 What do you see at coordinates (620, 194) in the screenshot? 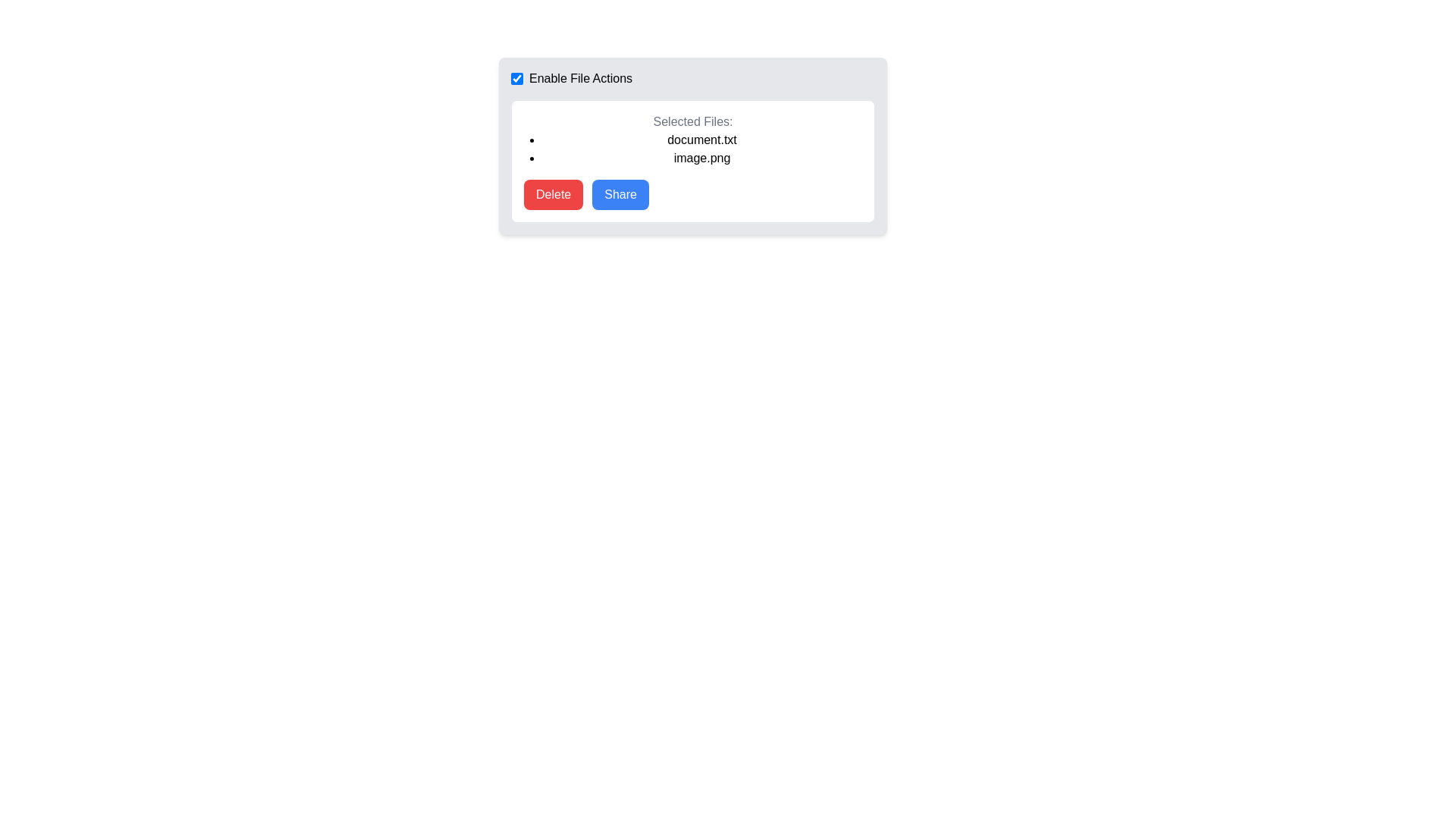
I see `the 'Share' button located to the right of the red 'Delete' button in the horizontal arrangement of buttons below the 'Selected Files' section` at bounding box center [620, 194].